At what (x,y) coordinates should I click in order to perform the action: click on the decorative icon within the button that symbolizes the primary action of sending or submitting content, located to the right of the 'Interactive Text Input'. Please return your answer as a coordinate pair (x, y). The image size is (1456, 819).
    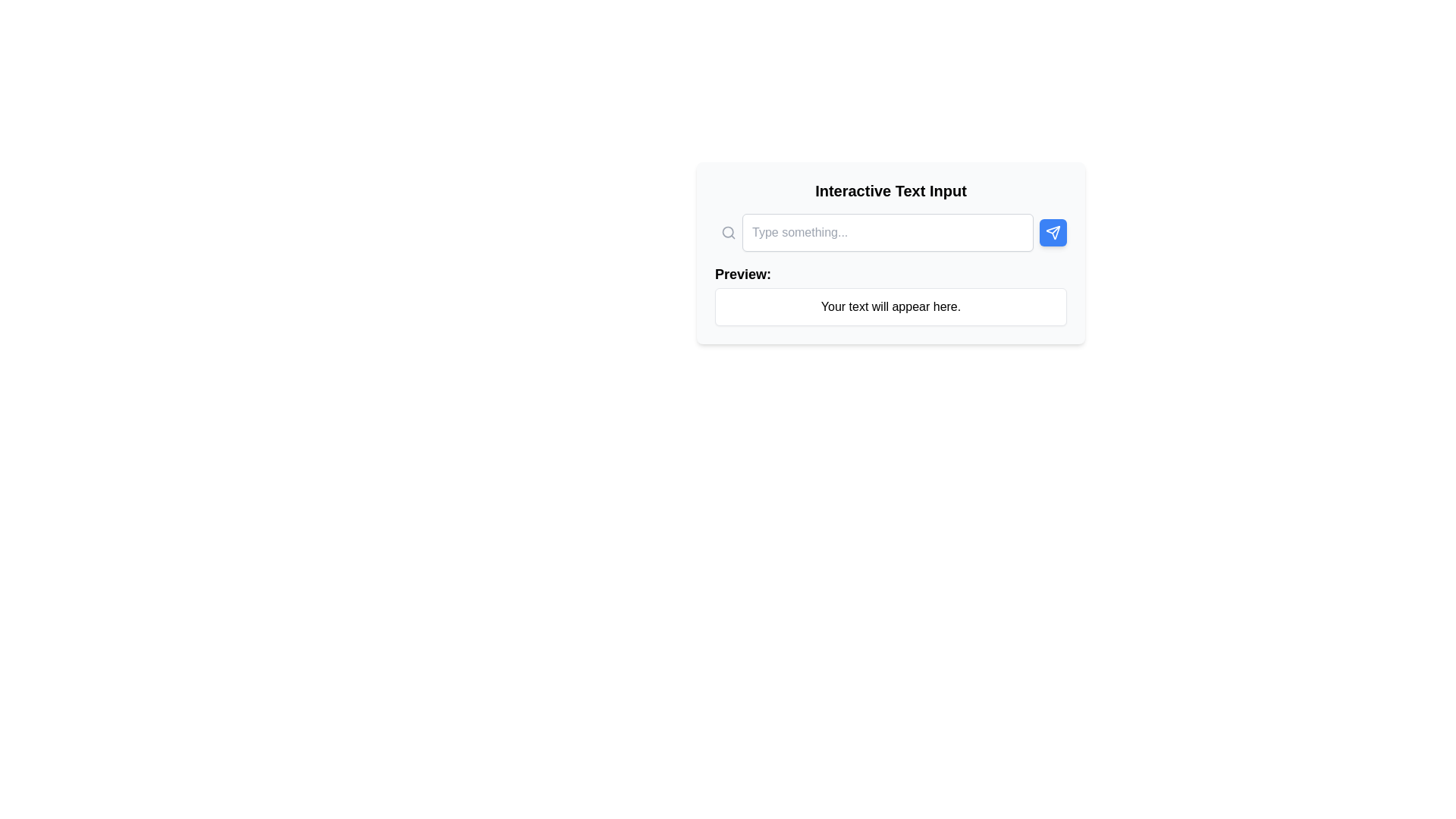
    Looking at the image, I should click on (1052, 233).